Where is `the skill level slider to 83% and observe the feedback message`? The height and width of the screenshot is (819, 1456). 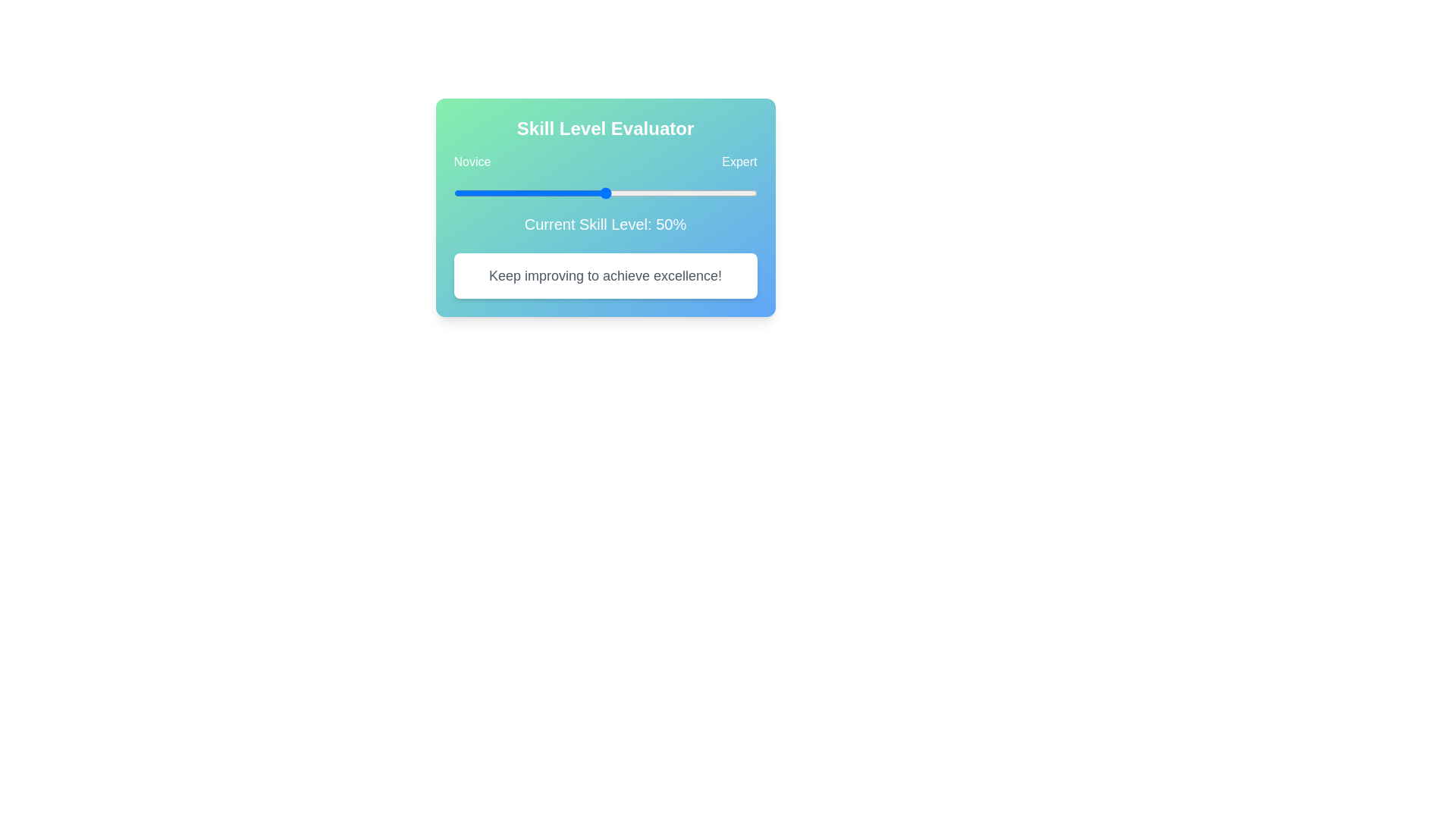 the skill level slider to 83% and observe the feedback message is located at coordinates (704, 192).